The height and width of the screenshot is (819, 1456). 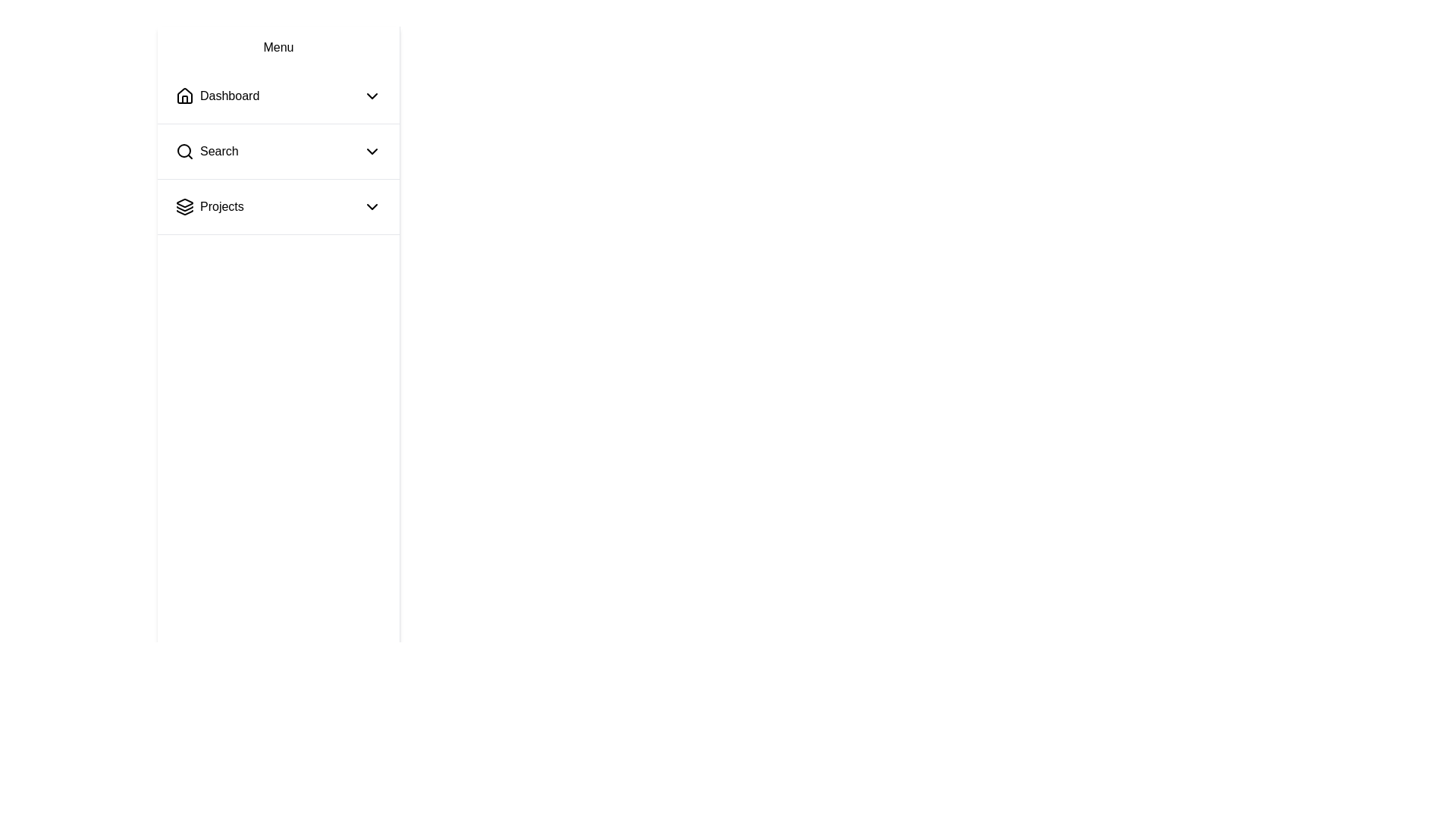 I want to click on the SVG icon on the far-right side of the 'Projects' list item, so click(x=372, y=207).